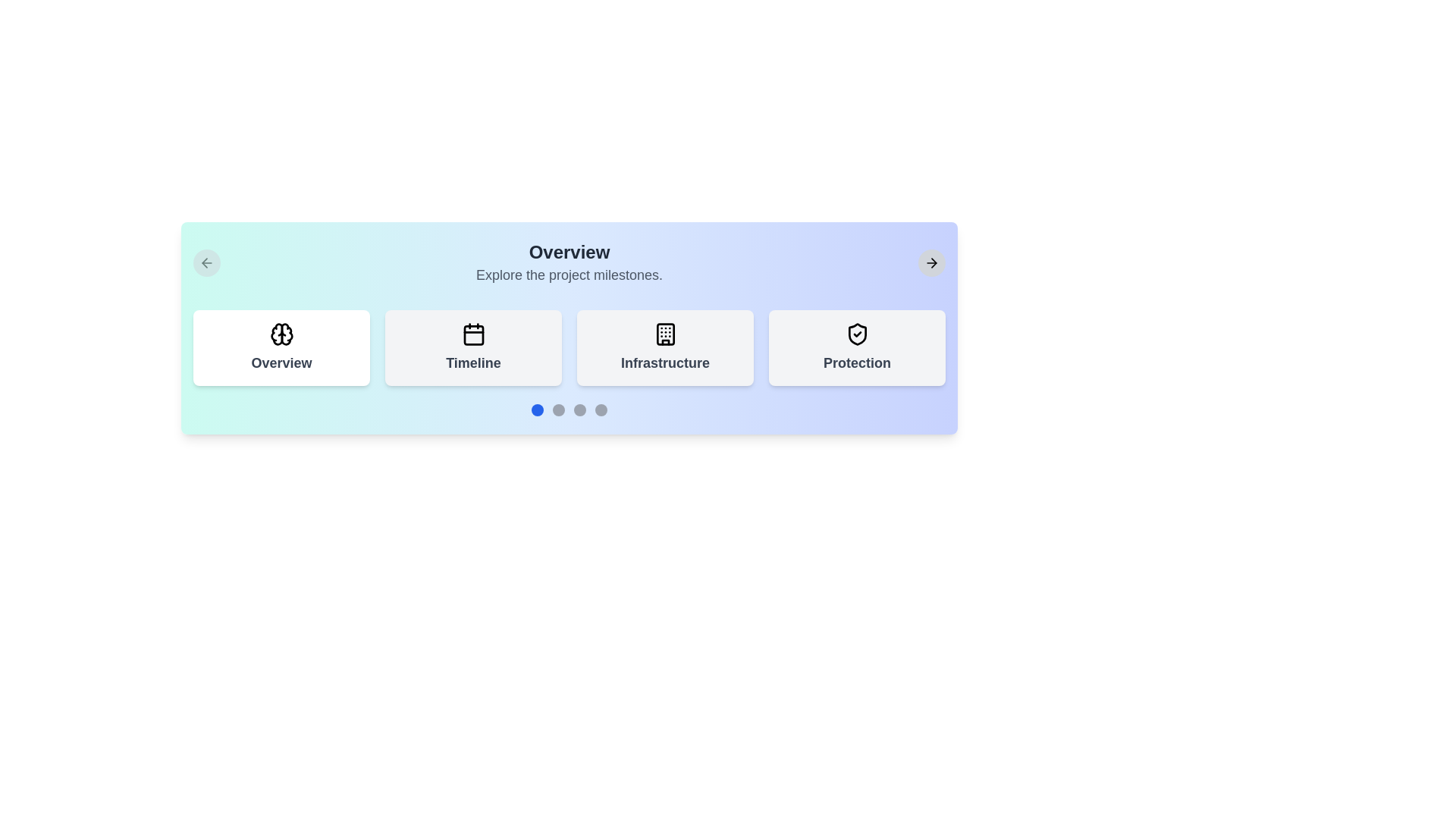  What do you see at coordinates (930, 262) in the screenshot?
I see `the circular button with a gray background and a rightward-facing arrow icon` at bounding box center [930, 262].